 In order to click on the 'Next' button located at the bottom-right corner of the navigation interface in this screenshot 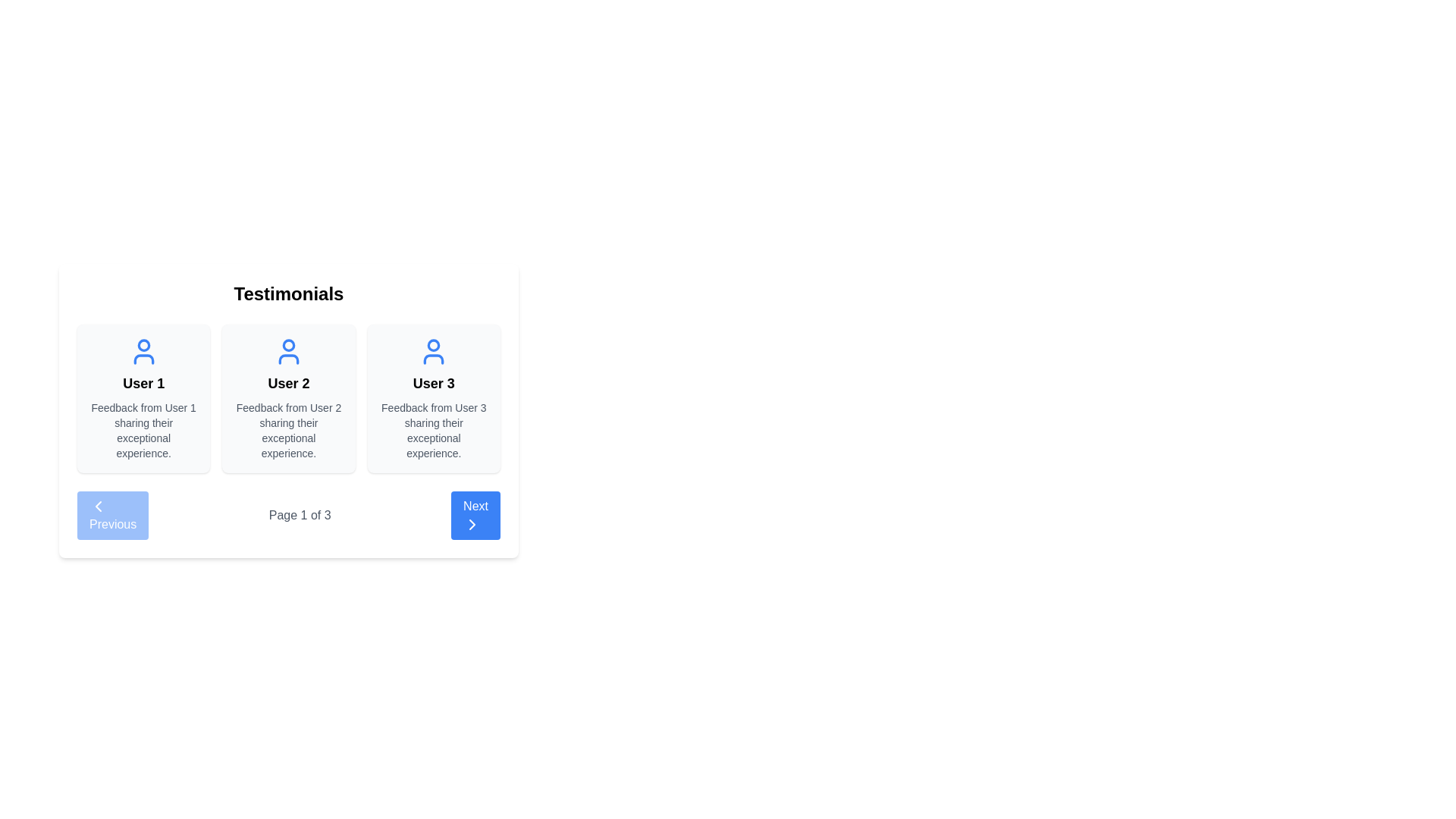, I will do `click(475, 514)`.